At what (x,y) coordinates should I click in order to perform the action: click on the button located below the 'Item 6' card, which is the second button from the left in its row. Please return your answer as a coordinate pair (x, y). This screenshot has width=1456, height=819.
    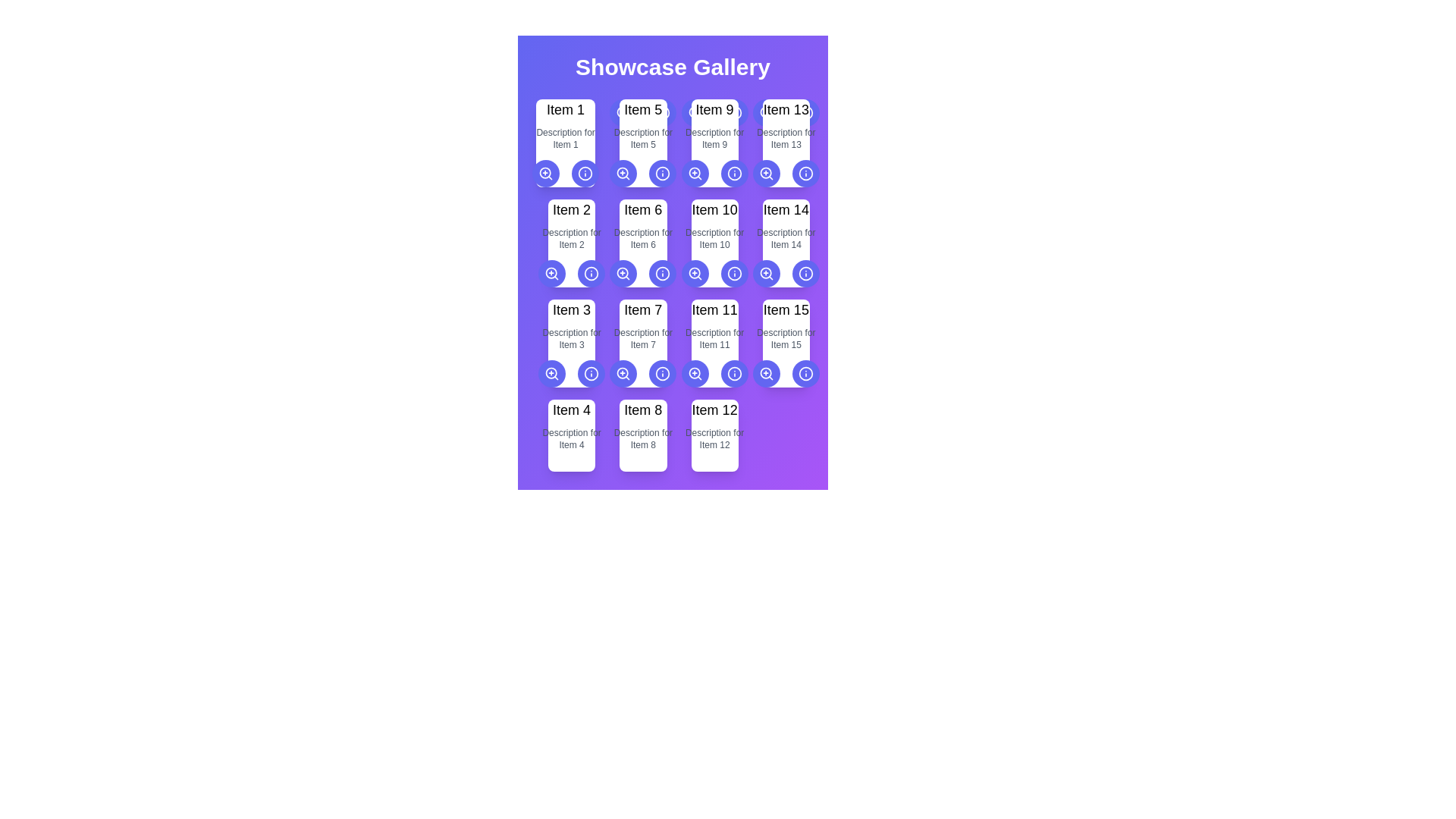
    Looking at the image, I should click on (663, 274).